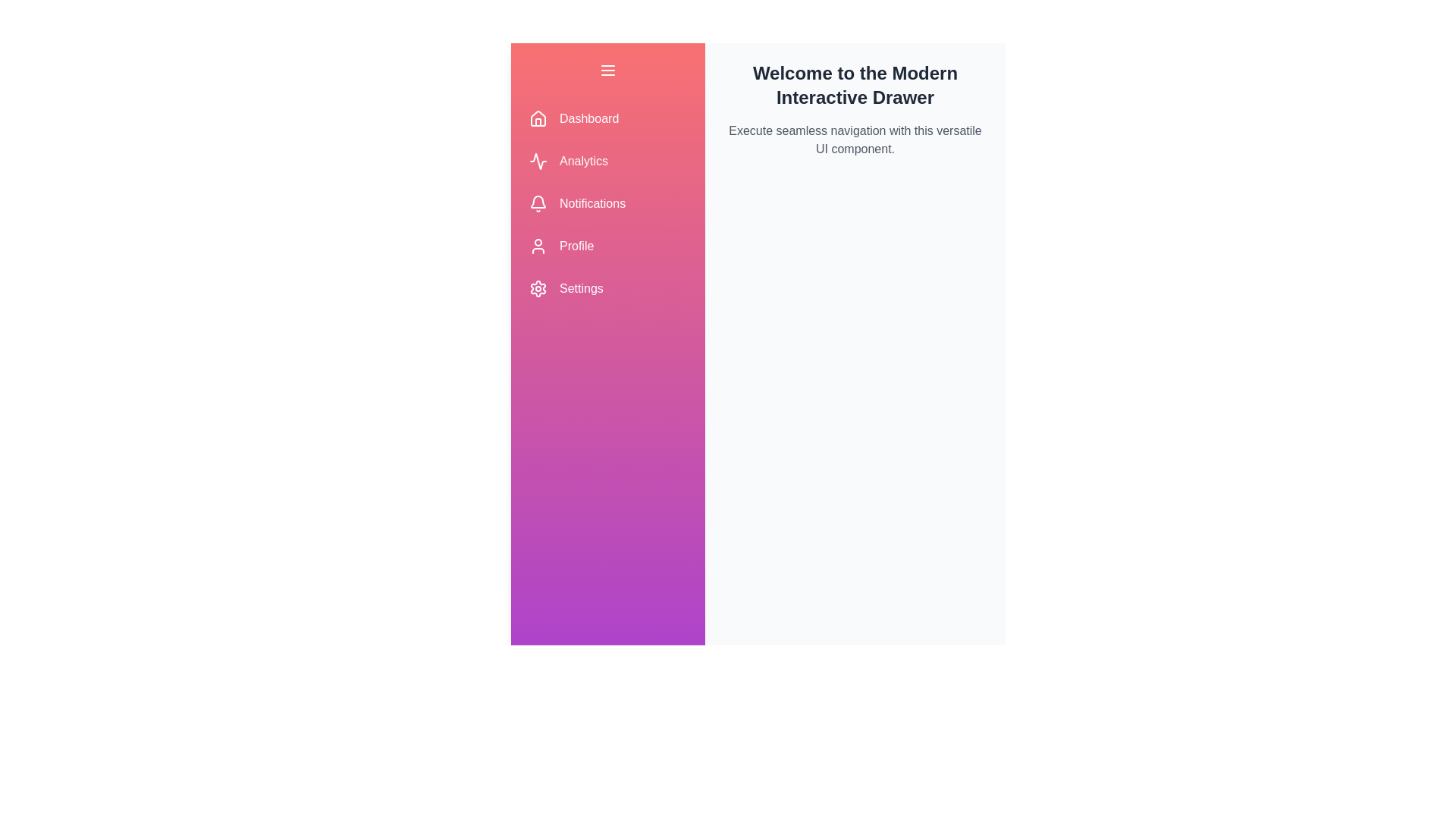 This screenshot has width=1456, height=819. What do you see at coordinates (607, 203) in the screenshot?
I see `the navigation item labeled 'Notifications' to observe visual changes` at bounding box center [607, 203].